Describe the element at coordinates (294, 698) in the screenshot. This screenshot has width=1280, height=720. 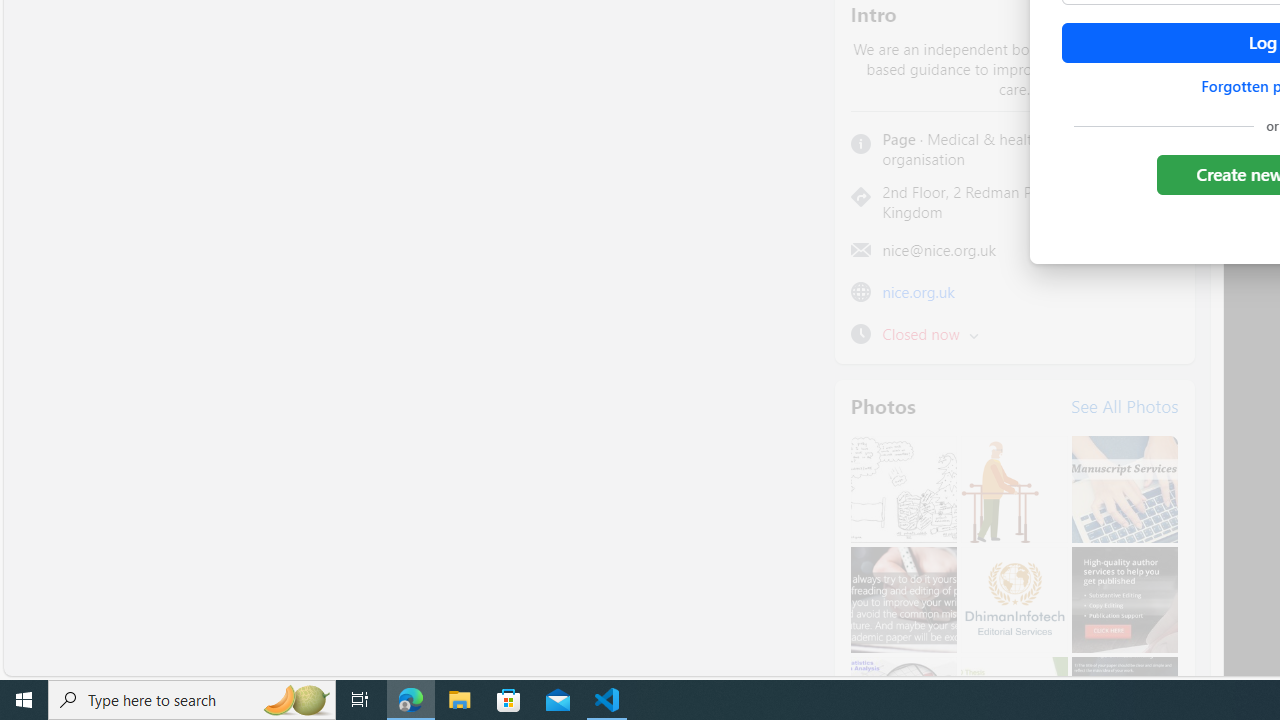
I see `'Search highlights icon opens search home window'` at that location.